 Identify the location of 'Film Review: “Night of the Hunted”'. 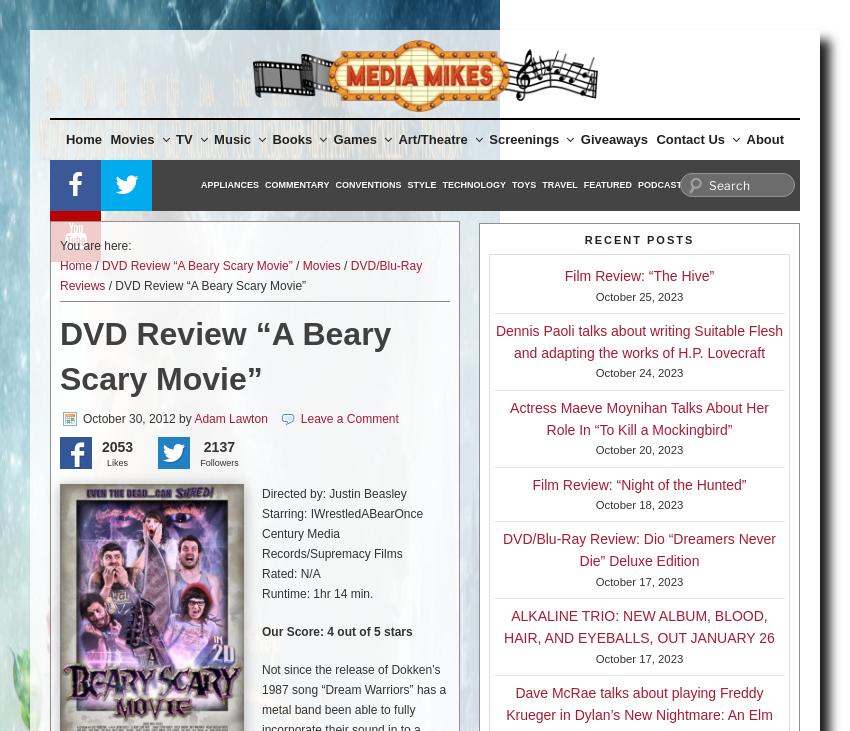
(639, 483).